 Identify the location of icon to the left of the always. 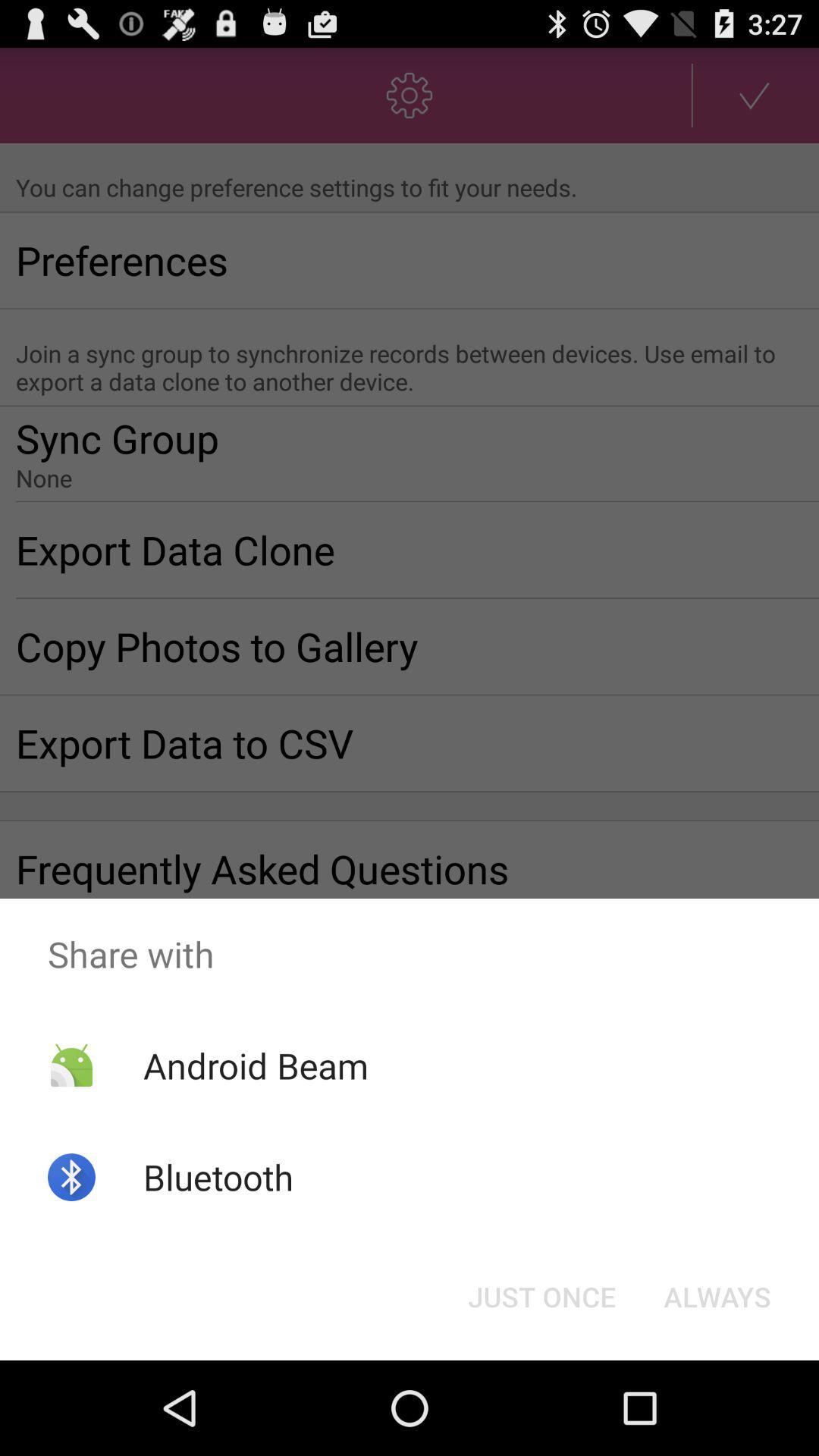
(541, 1295).